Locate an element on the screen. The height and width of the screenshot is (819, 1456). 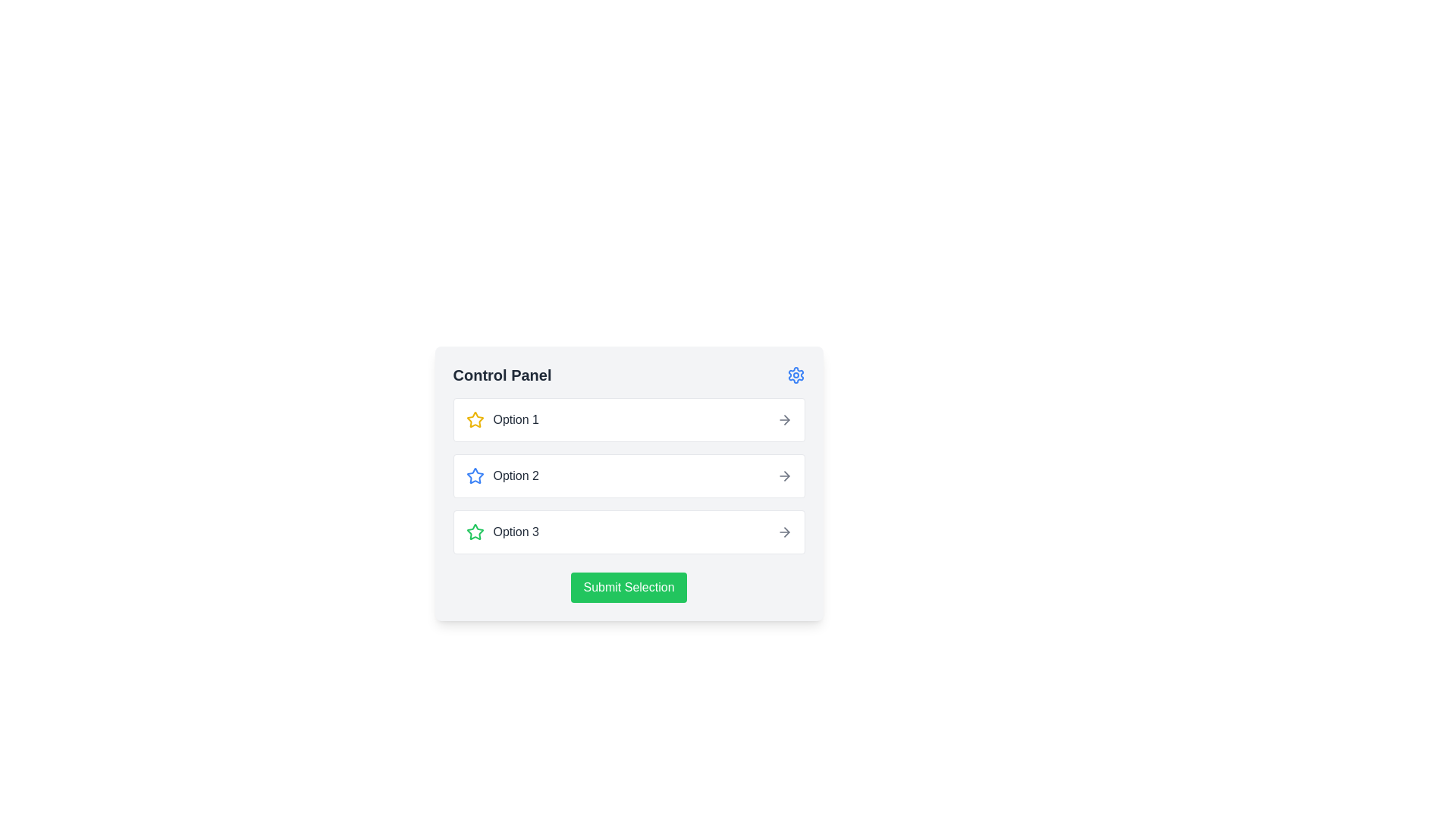
third text label with an accompanying icon in the selectable list, located beneath 'Option 2' and above the 'Submit Selection' button is located at coordinates (502, 532).